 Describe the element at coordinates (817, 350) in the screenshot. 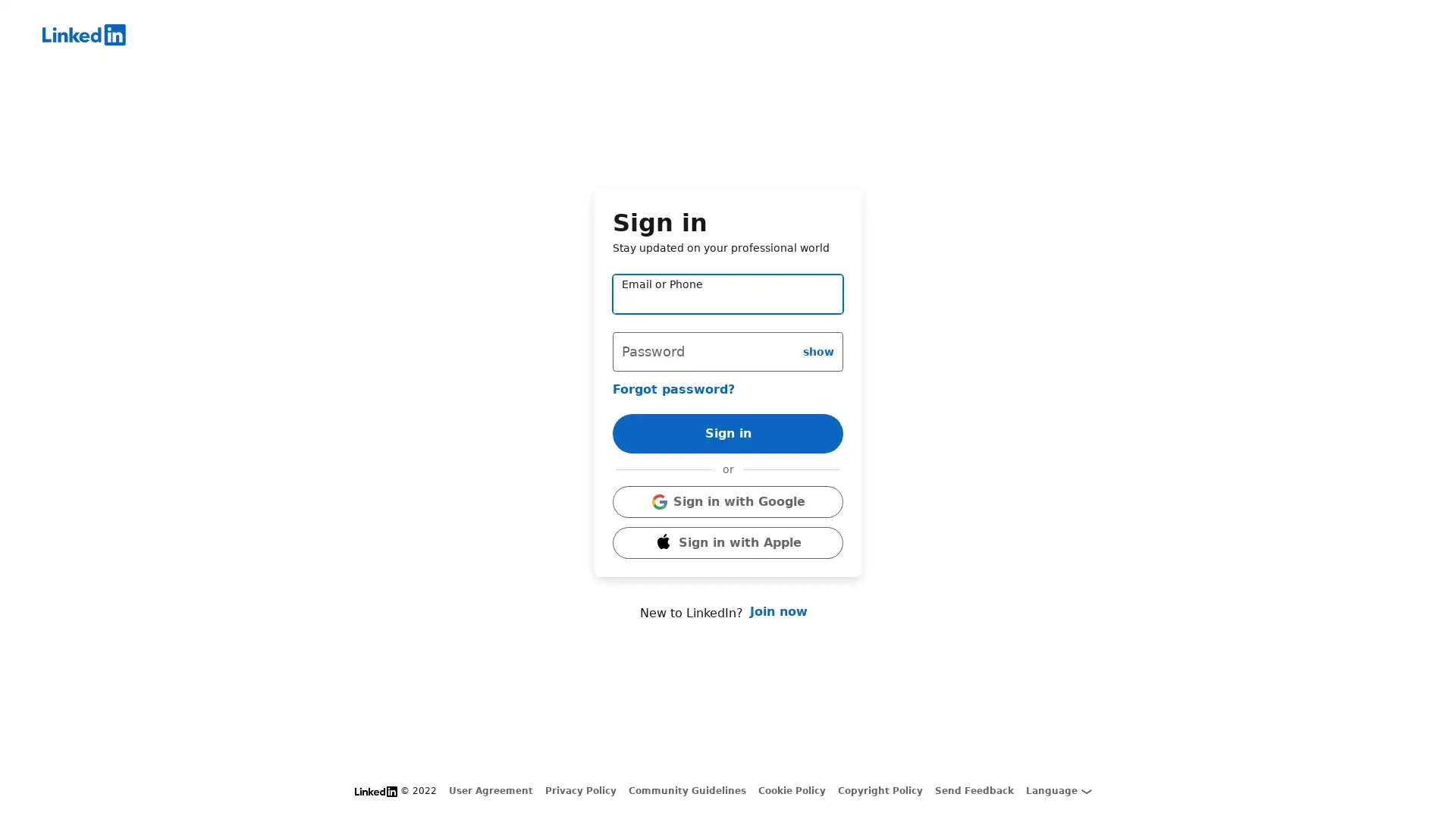

I see `show` at that location.